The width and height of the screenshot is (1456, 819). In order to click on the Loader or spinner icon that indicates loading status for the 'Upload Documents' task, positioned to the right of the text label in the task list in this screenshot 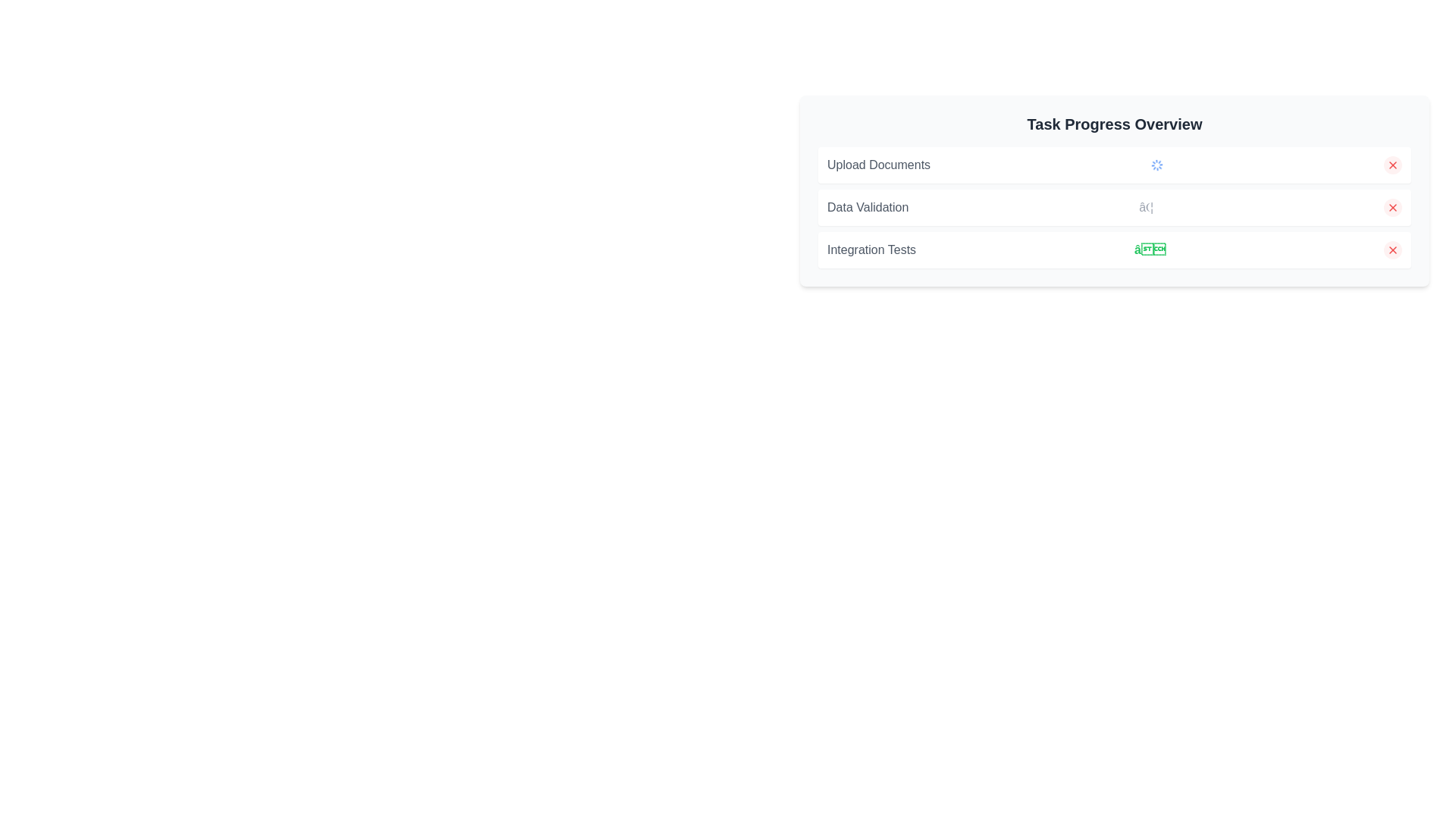, I will do `click(1156, 165)`.